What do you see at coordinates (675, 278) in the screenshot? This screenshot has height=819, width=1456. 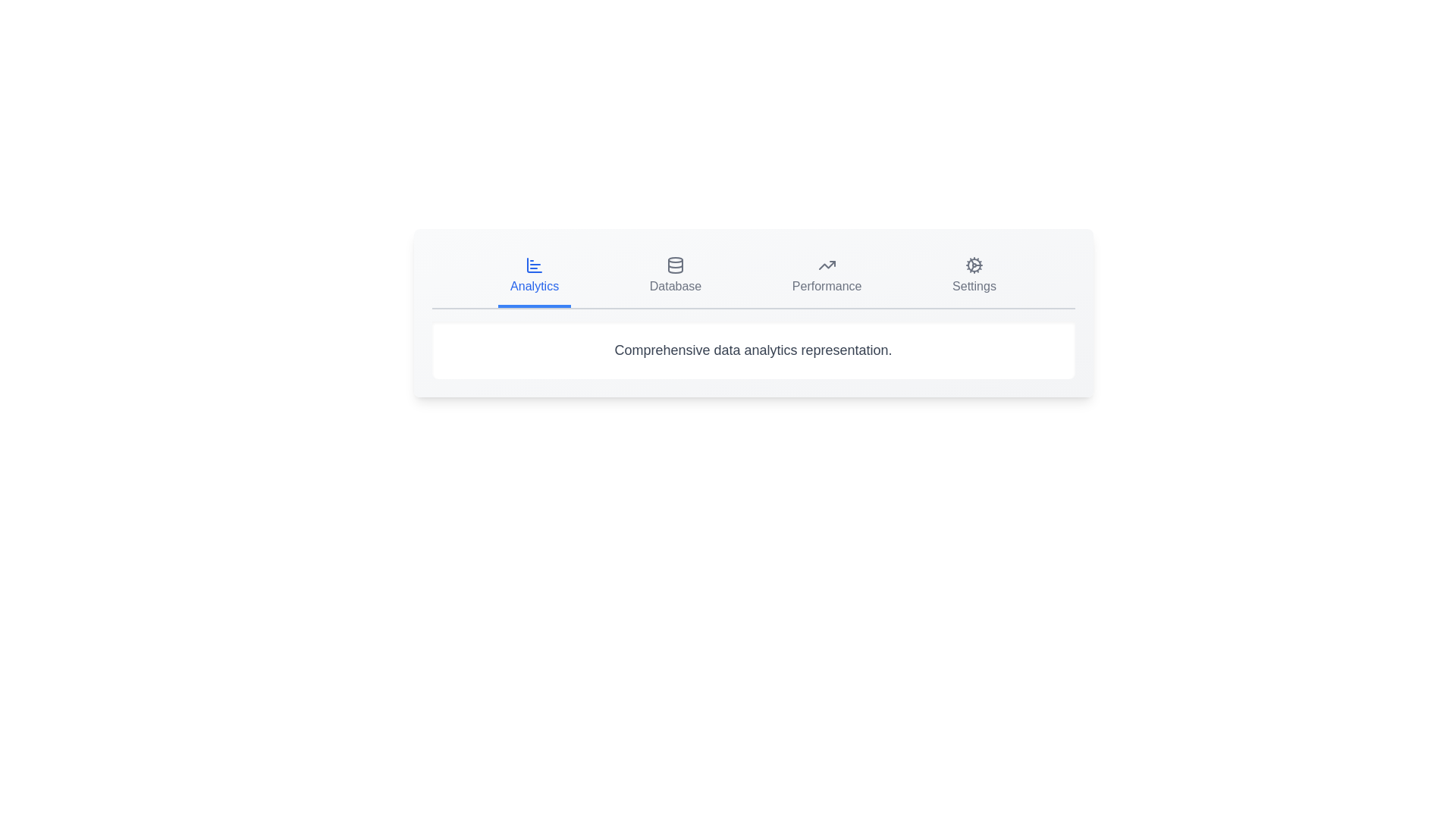 I see `the tab with the title Database by clicking on it` at bounding box center [675, 278].